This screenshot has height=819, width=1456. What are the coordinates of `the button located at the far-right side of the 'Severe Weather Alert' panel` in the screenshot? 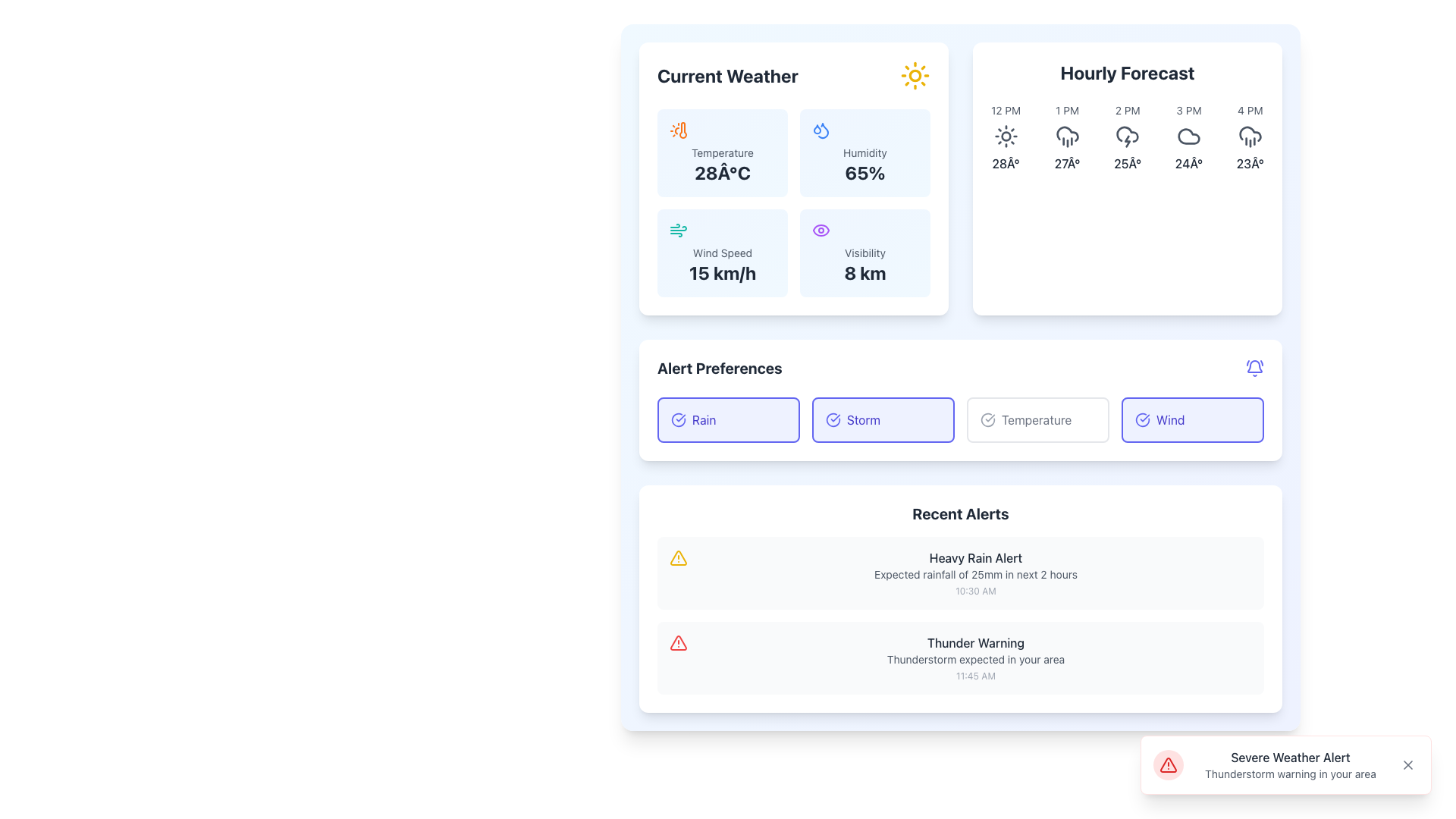 It's located at (1407, 765).